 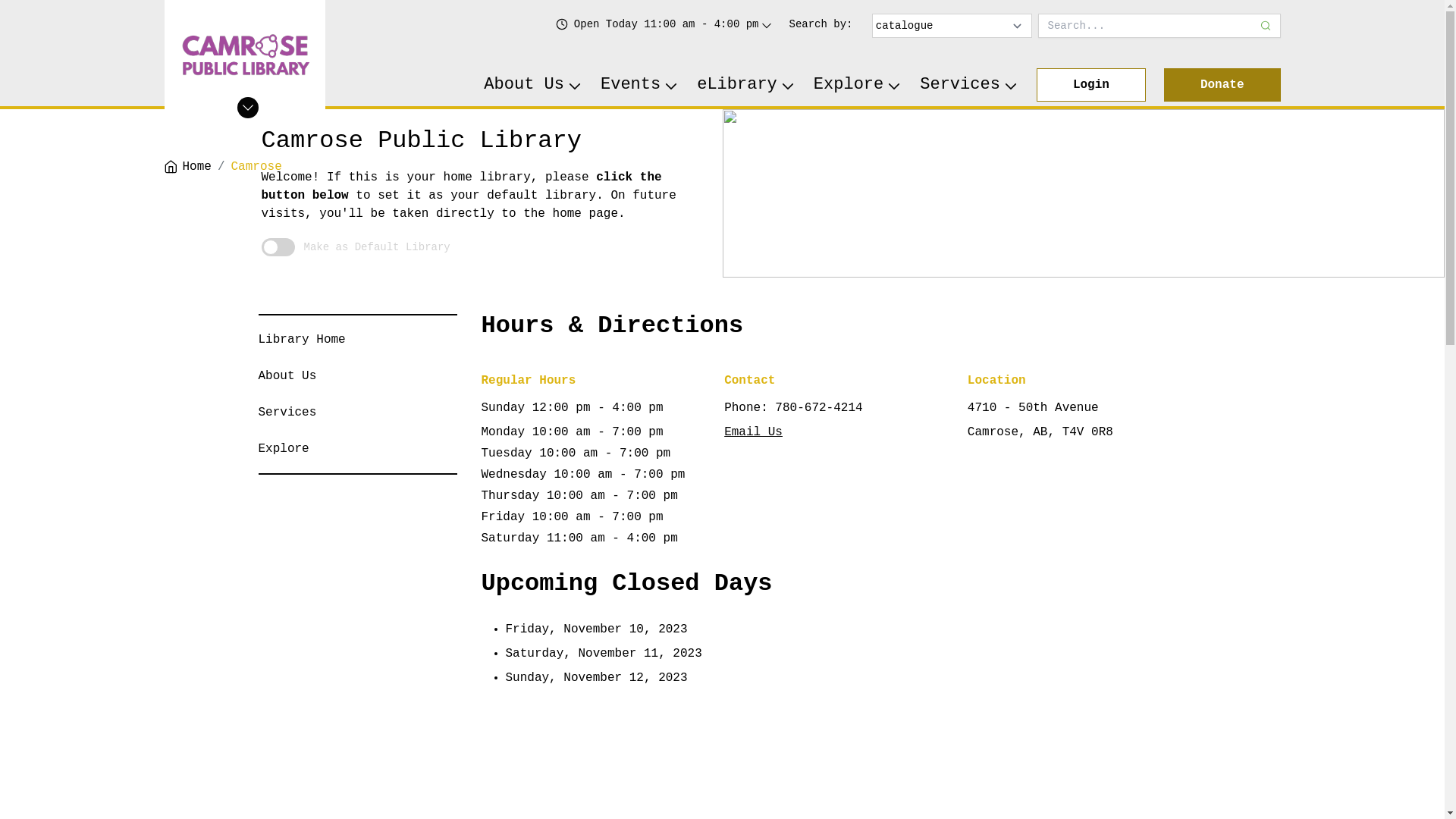 What do you see at coordinates (1222, 84) in the screenshot?
I see `'Donate'` at bounding box center [1222, 84].